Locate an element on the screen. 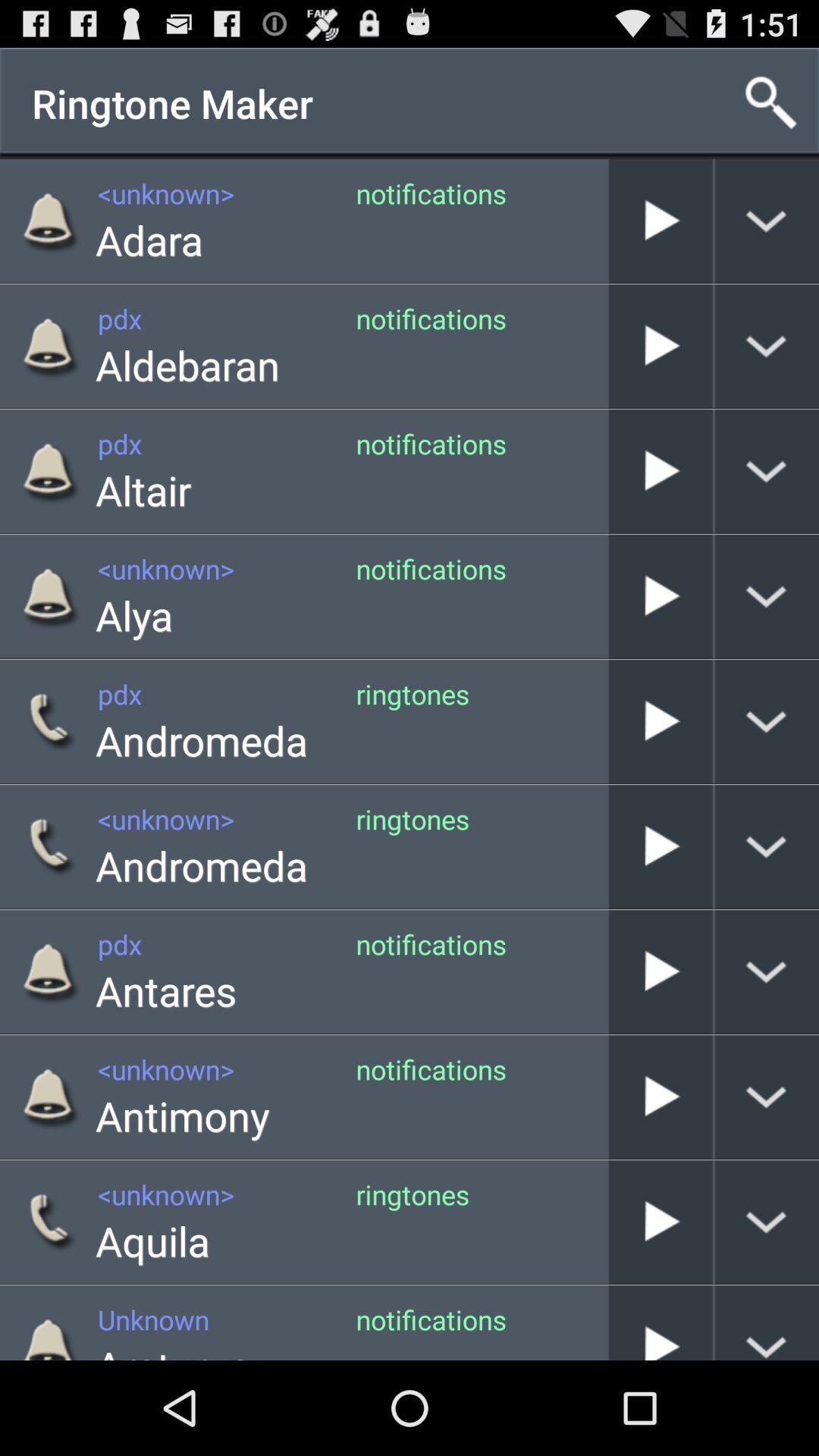 The height and width of the screenshot is (1456, 819). the aldebaran item is located at coordinates (187, 365).